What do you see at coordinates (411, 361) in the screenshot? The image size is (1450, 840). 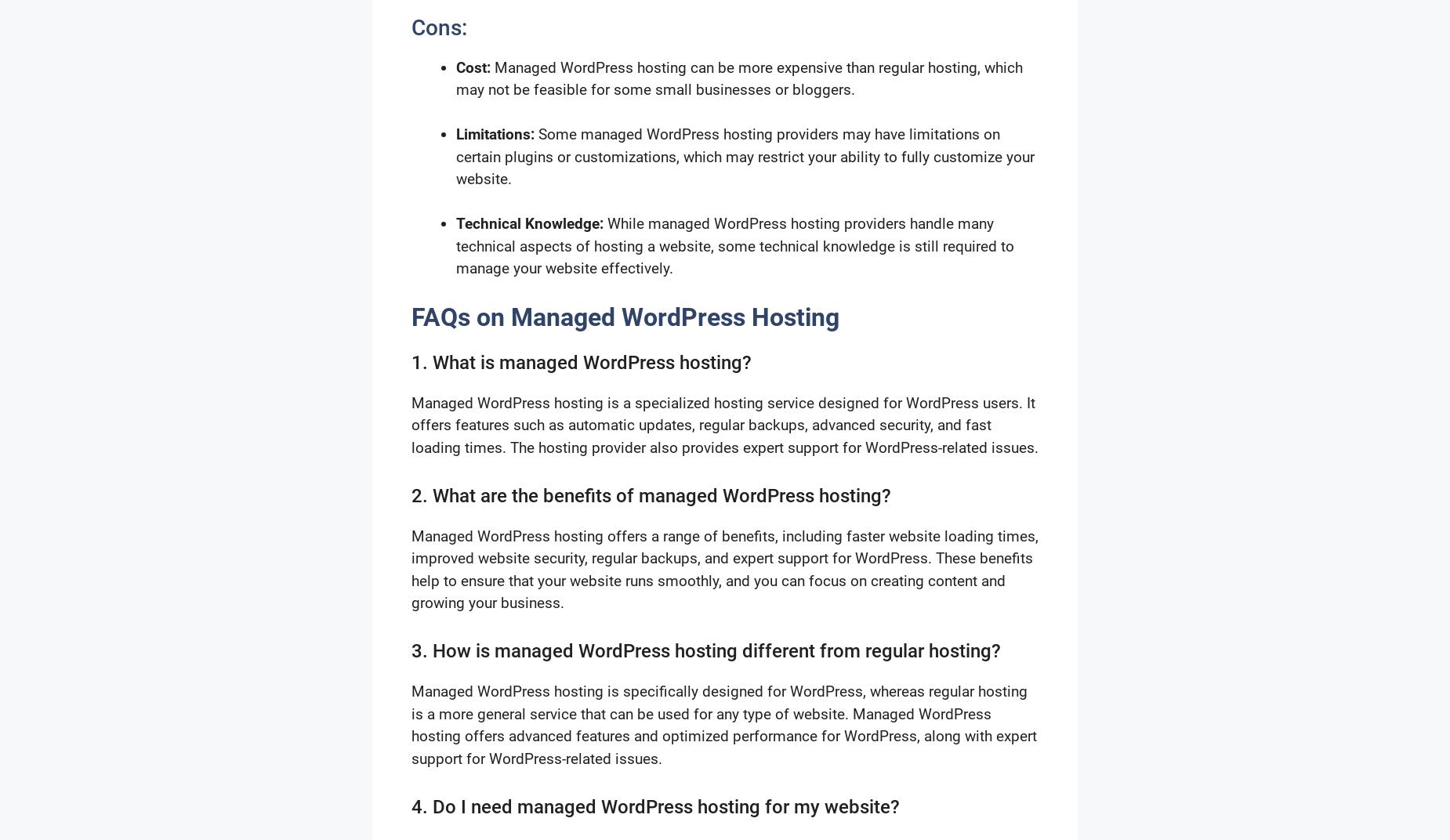 I see `'1. What is managed WordPress hosting?'` at bounding box center [411, 361].